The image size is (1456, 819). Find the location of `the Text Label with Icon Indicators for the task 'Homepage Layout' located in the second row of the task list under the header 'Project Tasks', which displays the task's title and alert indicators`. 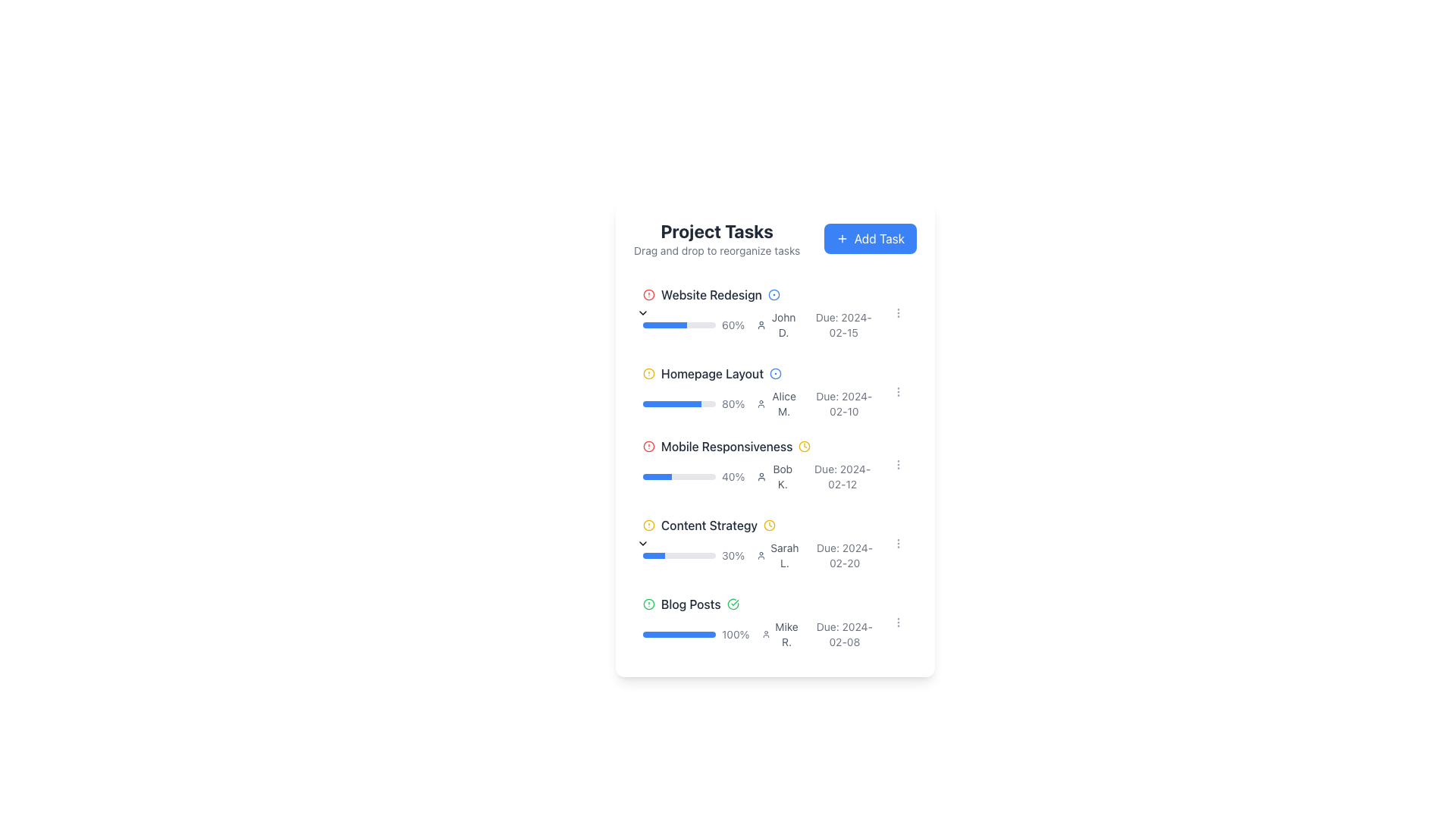

the Text Label with Icon Indicators for the task 'Homepage Layout' located in the second row of the task list under the header 'Project Tasks', which displays the task's title and alert indicators is located at coordinates (760, 374).